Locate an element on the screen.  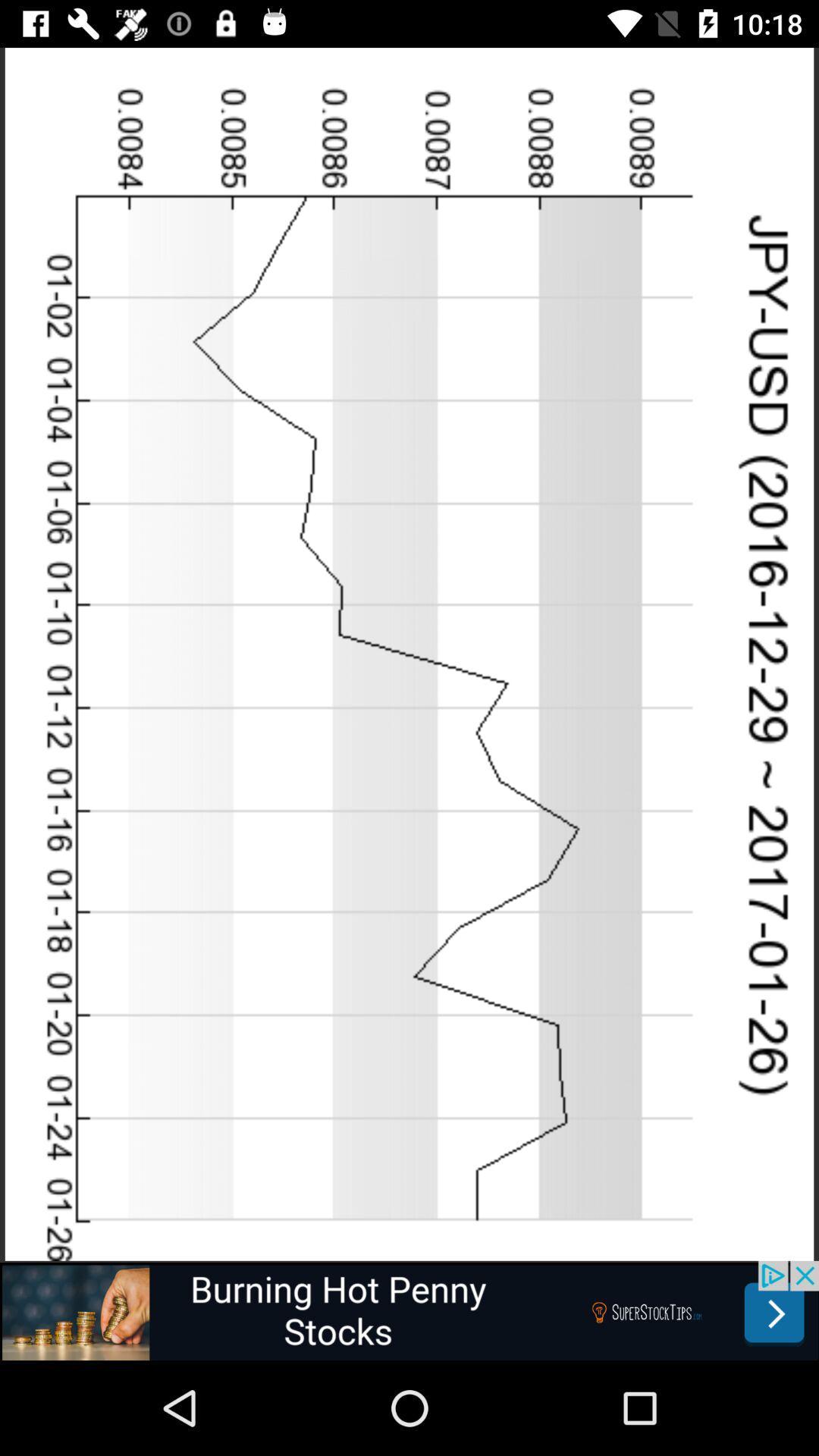
goes to advertiser 's website is located at coordinates (409, 1310).